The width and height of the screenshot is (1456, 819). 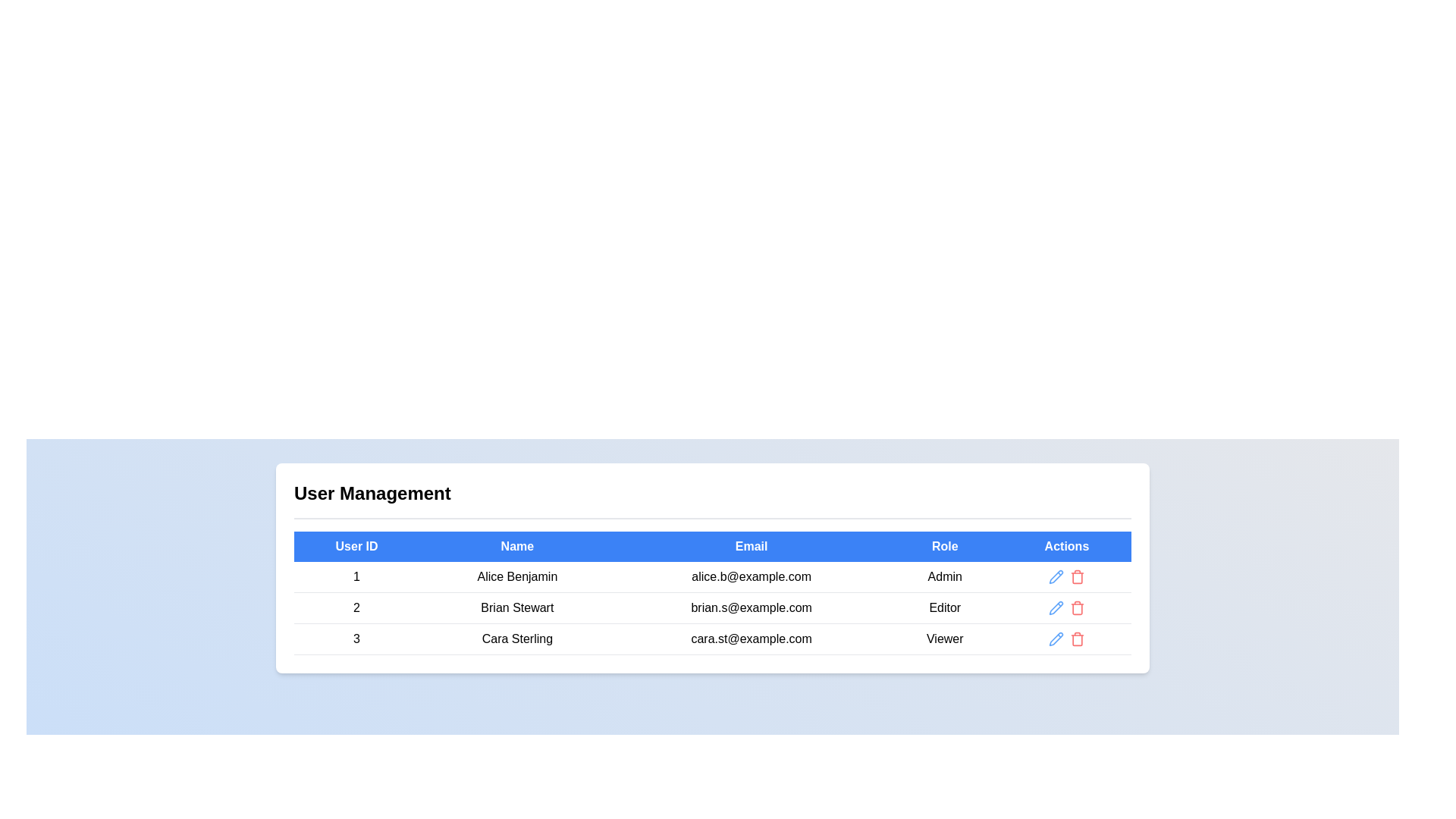 What do you see at coordinates (944, 547) in the screenshot?
I see `the blue table header cell labeled 'Role' which is the fourth cell in the header row of the user management table` at bounding box center [944, 547].